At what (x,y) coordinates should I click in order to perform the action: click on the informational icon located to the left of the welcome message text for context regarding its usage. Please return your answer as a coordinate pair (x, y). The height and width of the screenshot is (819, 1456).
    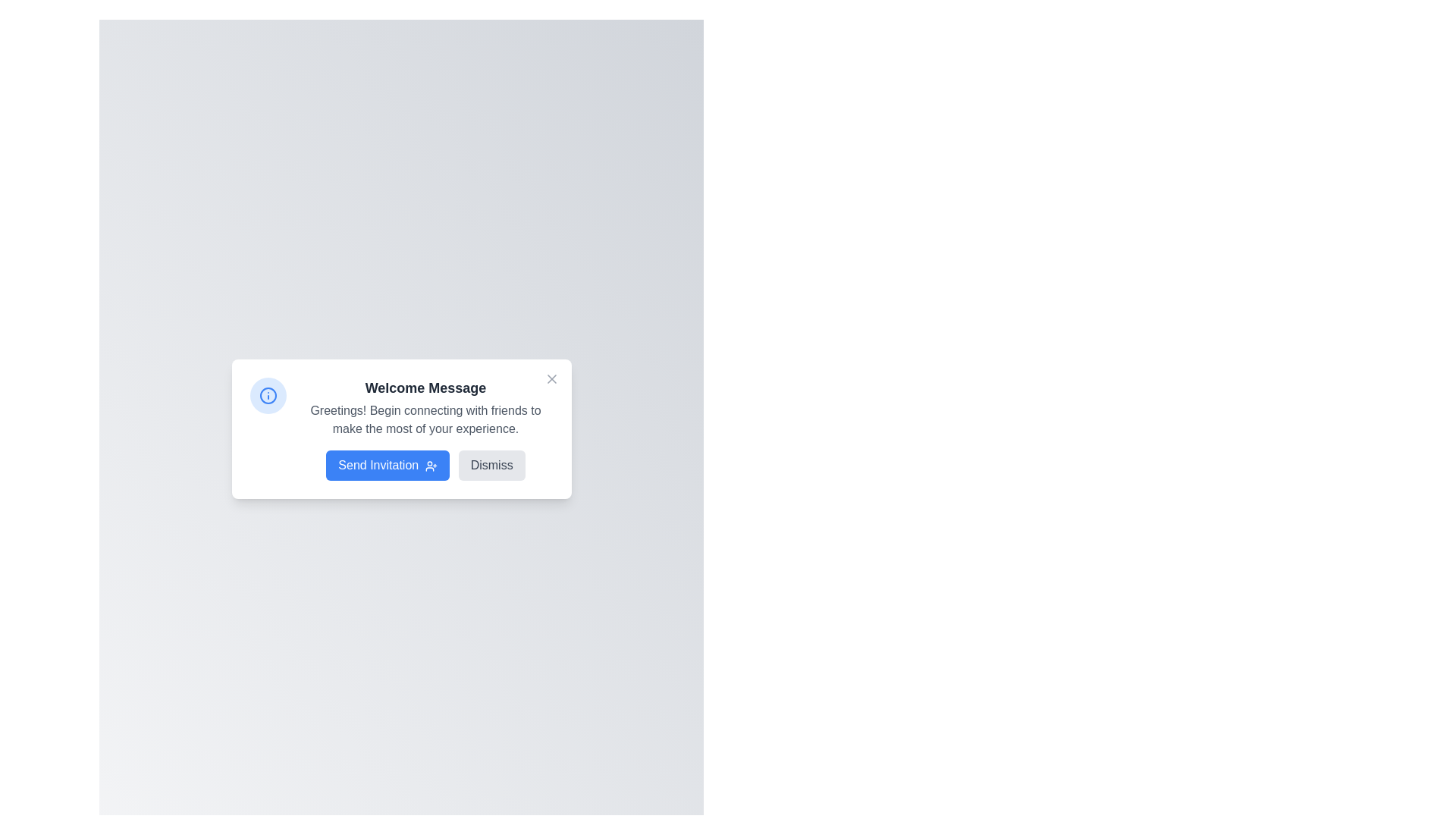
    Looking at the image, I should click on (268, 394).